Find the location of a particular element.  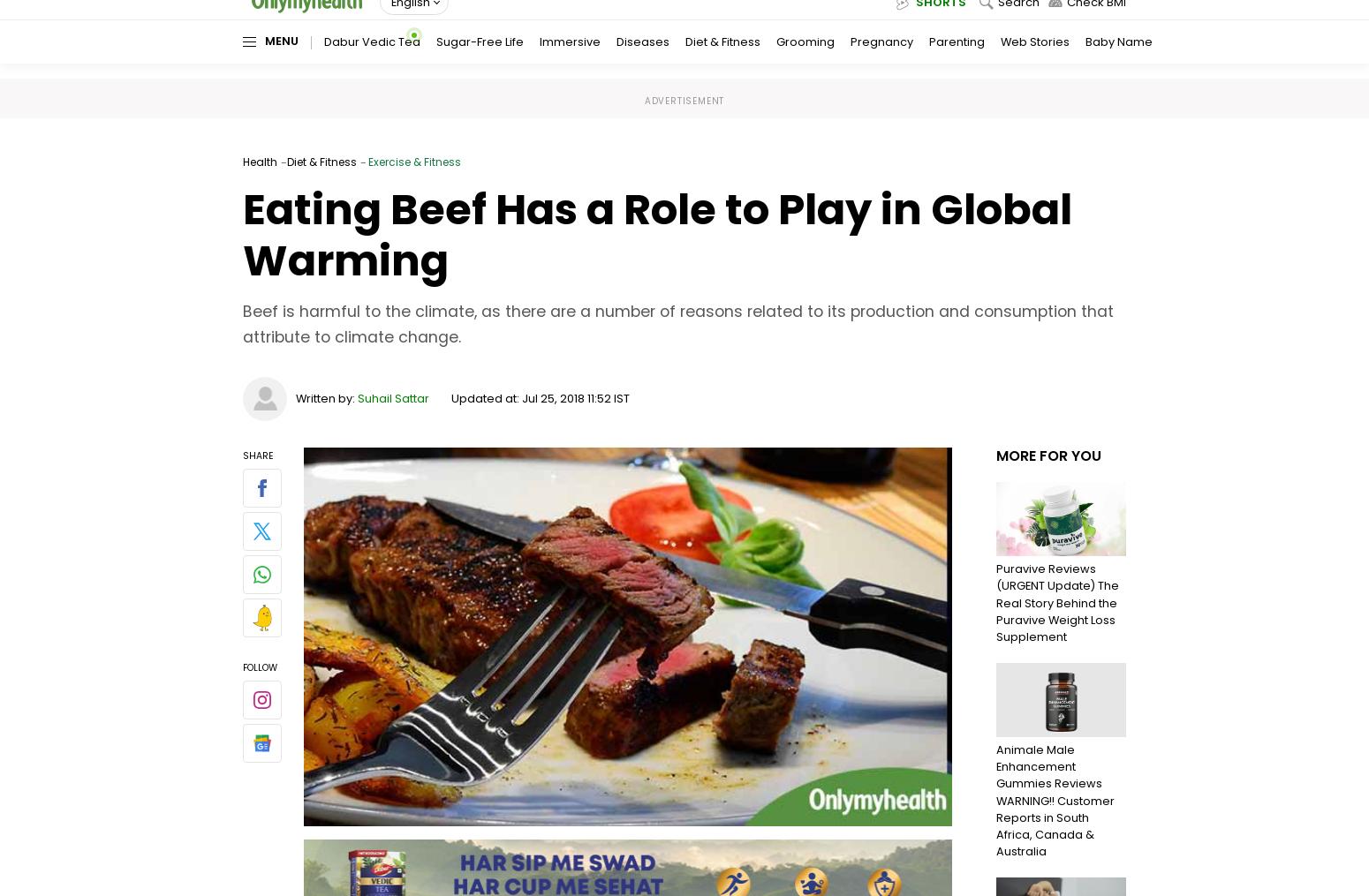

'FOLLOW' is located at coordinates (260, 666).